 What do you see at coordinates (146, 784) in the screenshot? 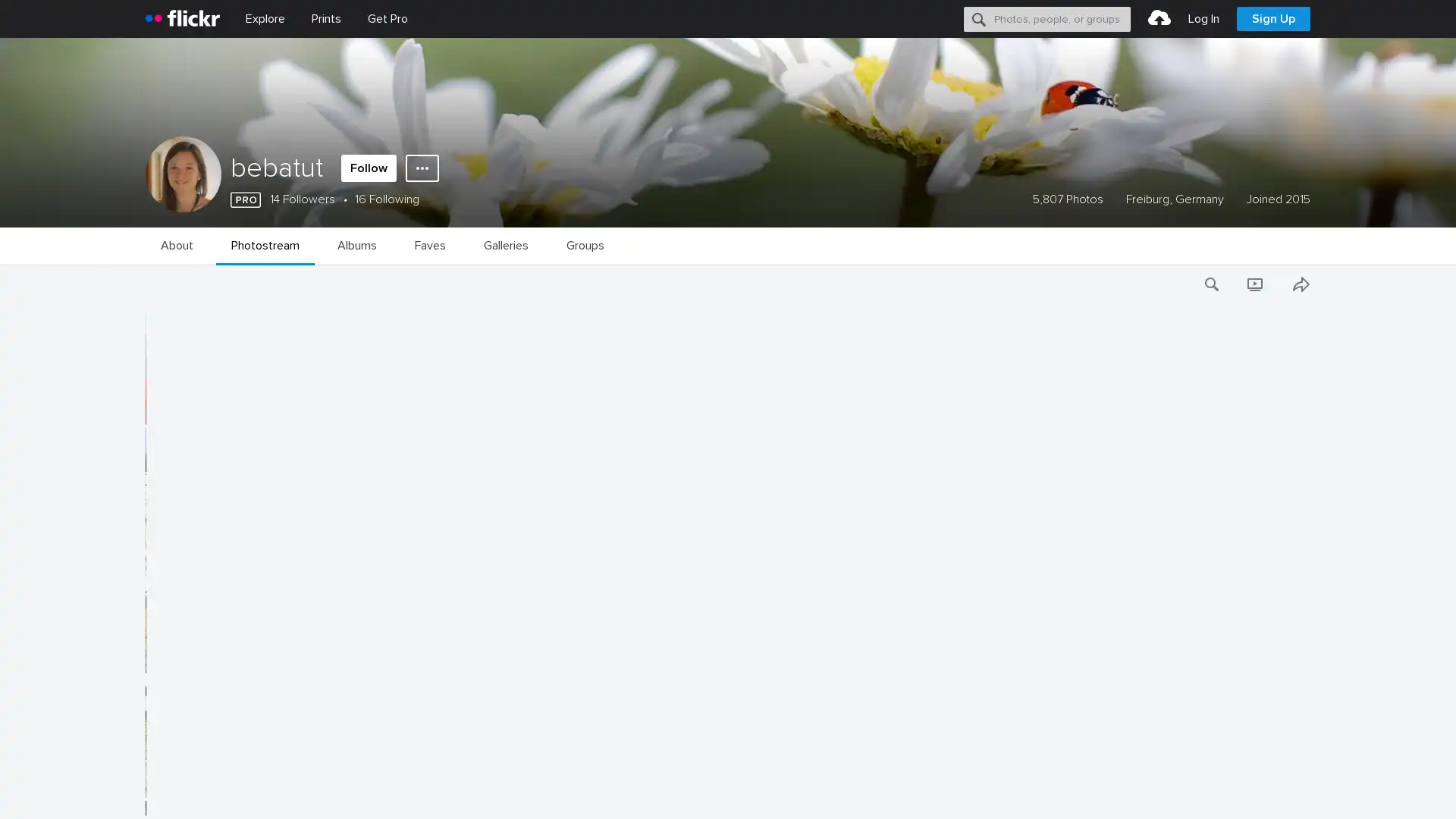
I see `Add to Favorites` at bounding box center [146, 784].